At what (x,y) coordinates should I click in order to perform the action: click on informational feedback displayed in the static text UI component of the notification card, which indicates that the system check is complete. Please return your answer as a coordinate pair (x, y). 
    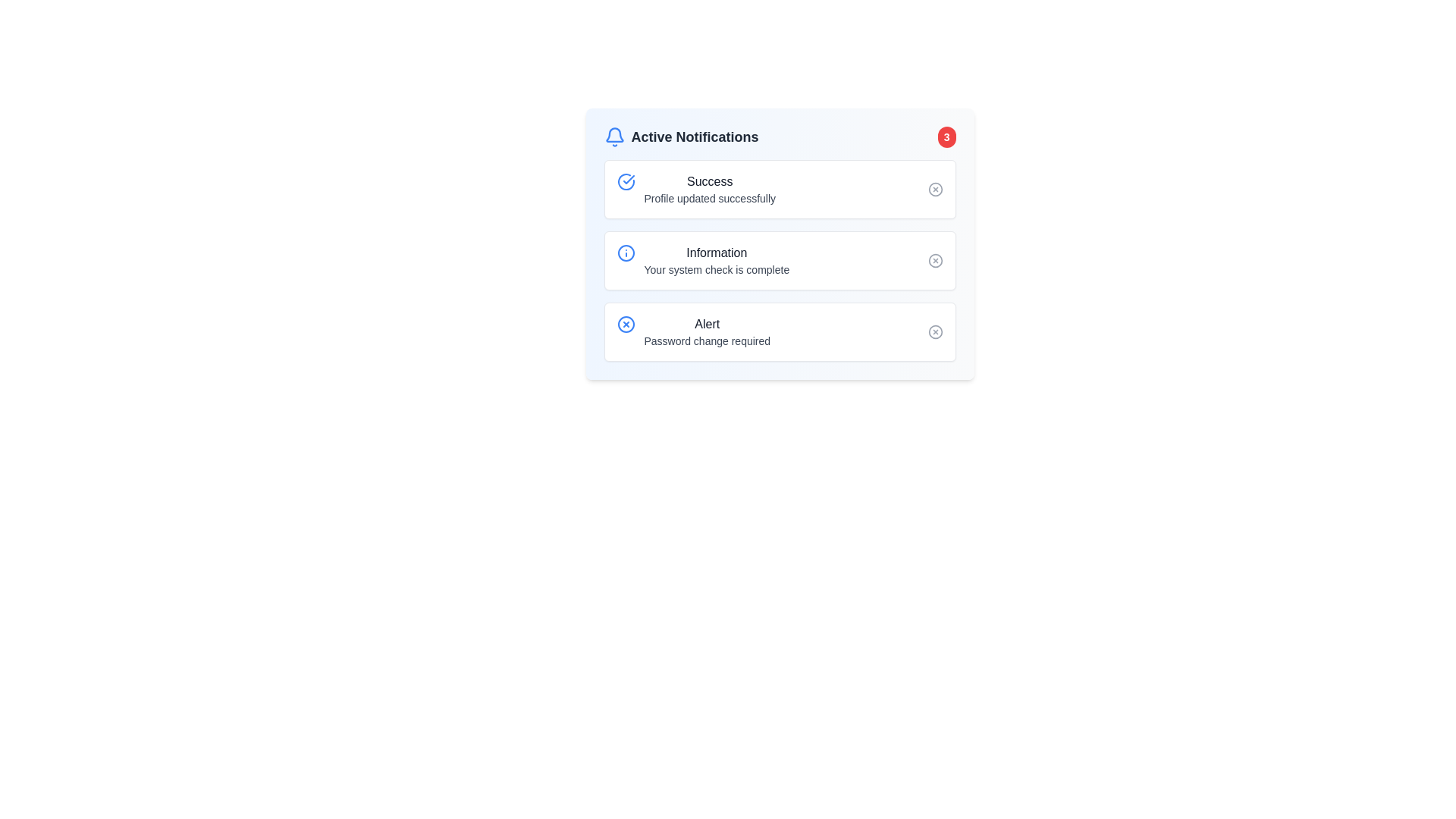
    Looking at the image, I should click on (716, 259).